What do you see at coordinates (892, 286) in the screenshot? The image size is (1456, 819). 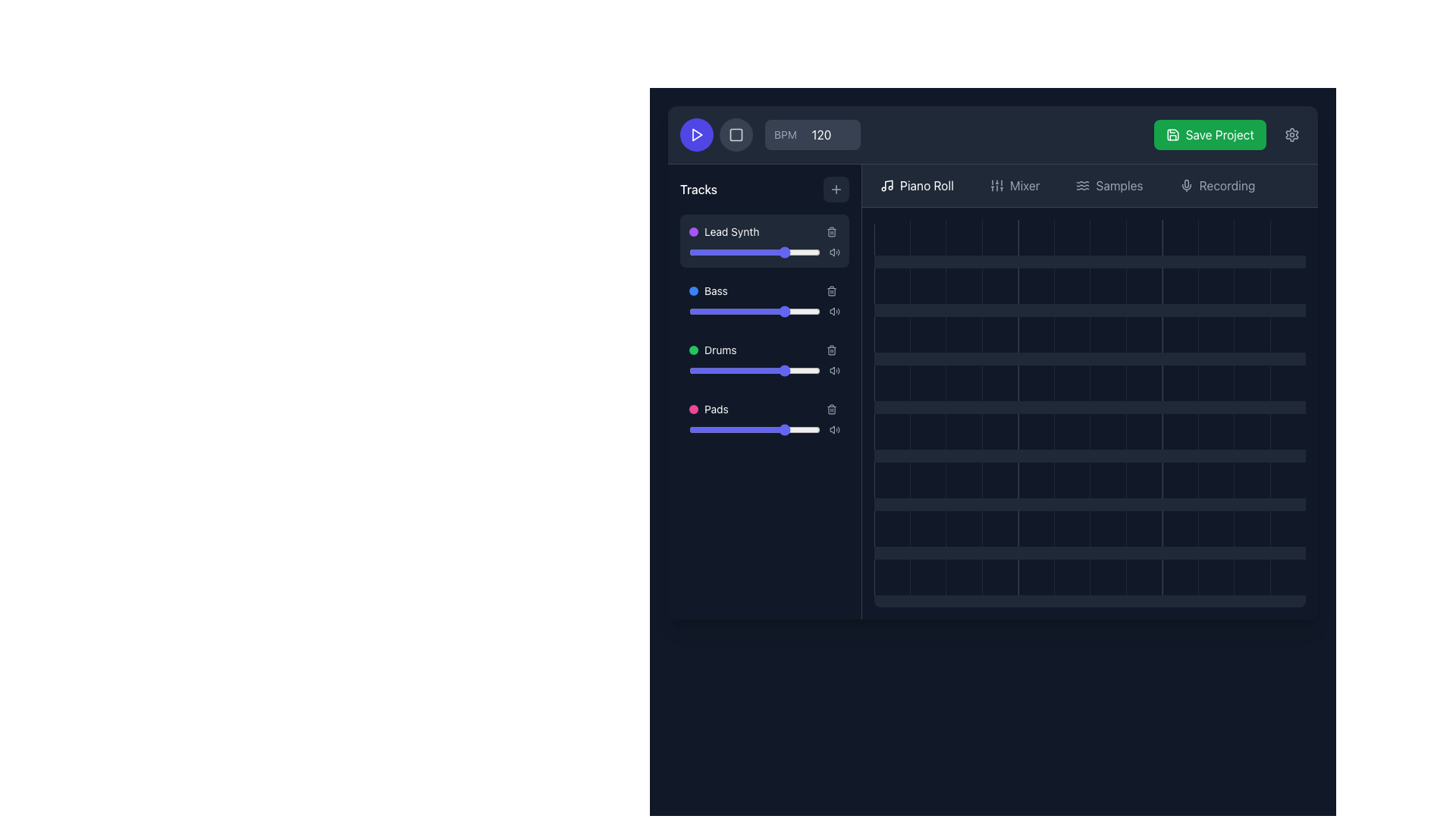 I see `the first cell in the second row of the grid layout, which serves as an interactive area within the interface` at bounding box center [892, 286].